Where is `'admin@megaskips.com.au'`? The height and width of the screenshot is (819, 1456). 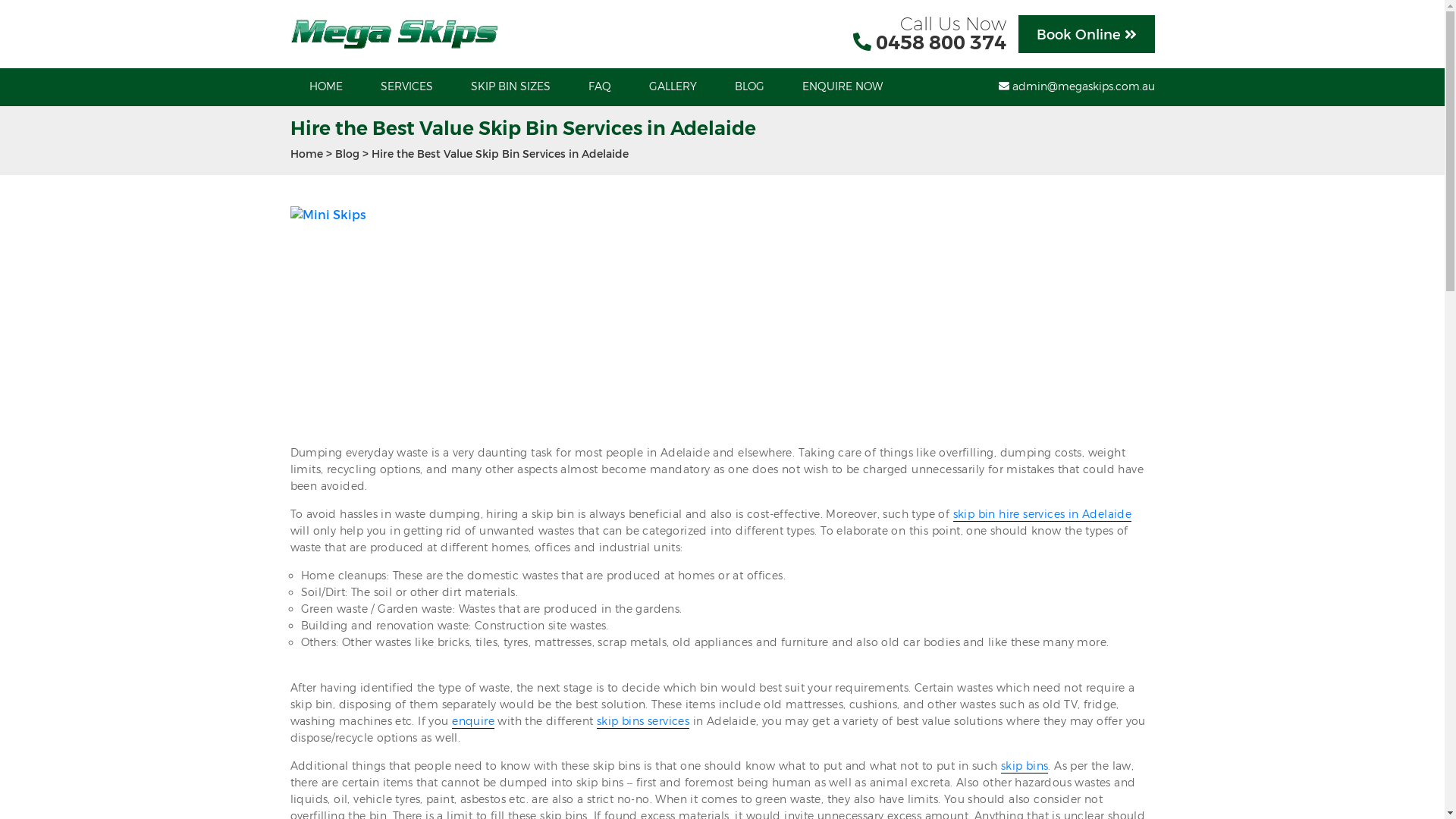 'admin@megaskips.com.au' is located at coordinates (1075, 87).